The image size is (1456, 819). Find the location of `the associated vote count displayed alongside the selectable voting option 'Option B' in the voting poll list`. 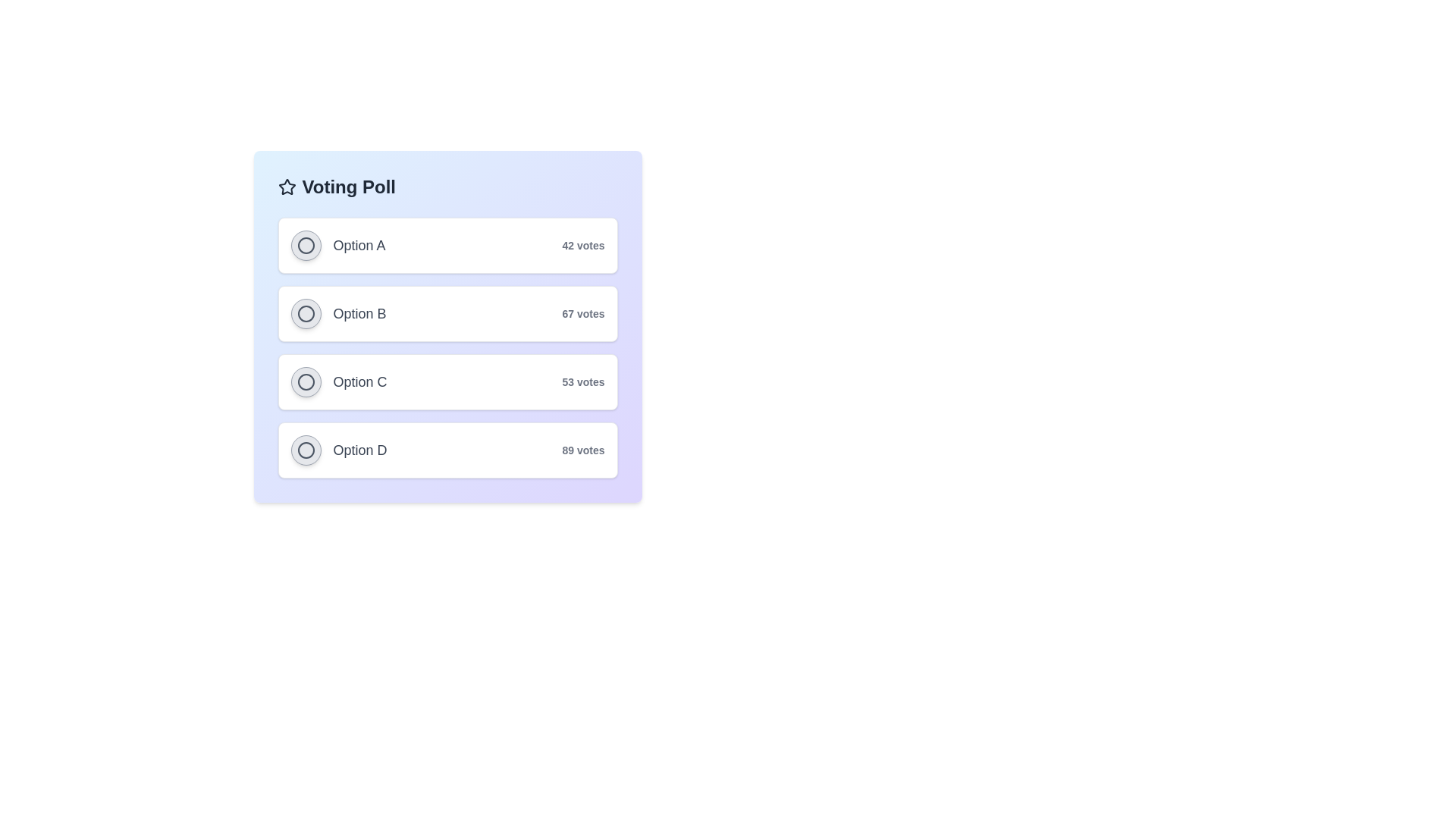

the associated vote count displayed alongside the selectable voting option 'Option B' in the voting poll list is located at coordinates (447, 326).